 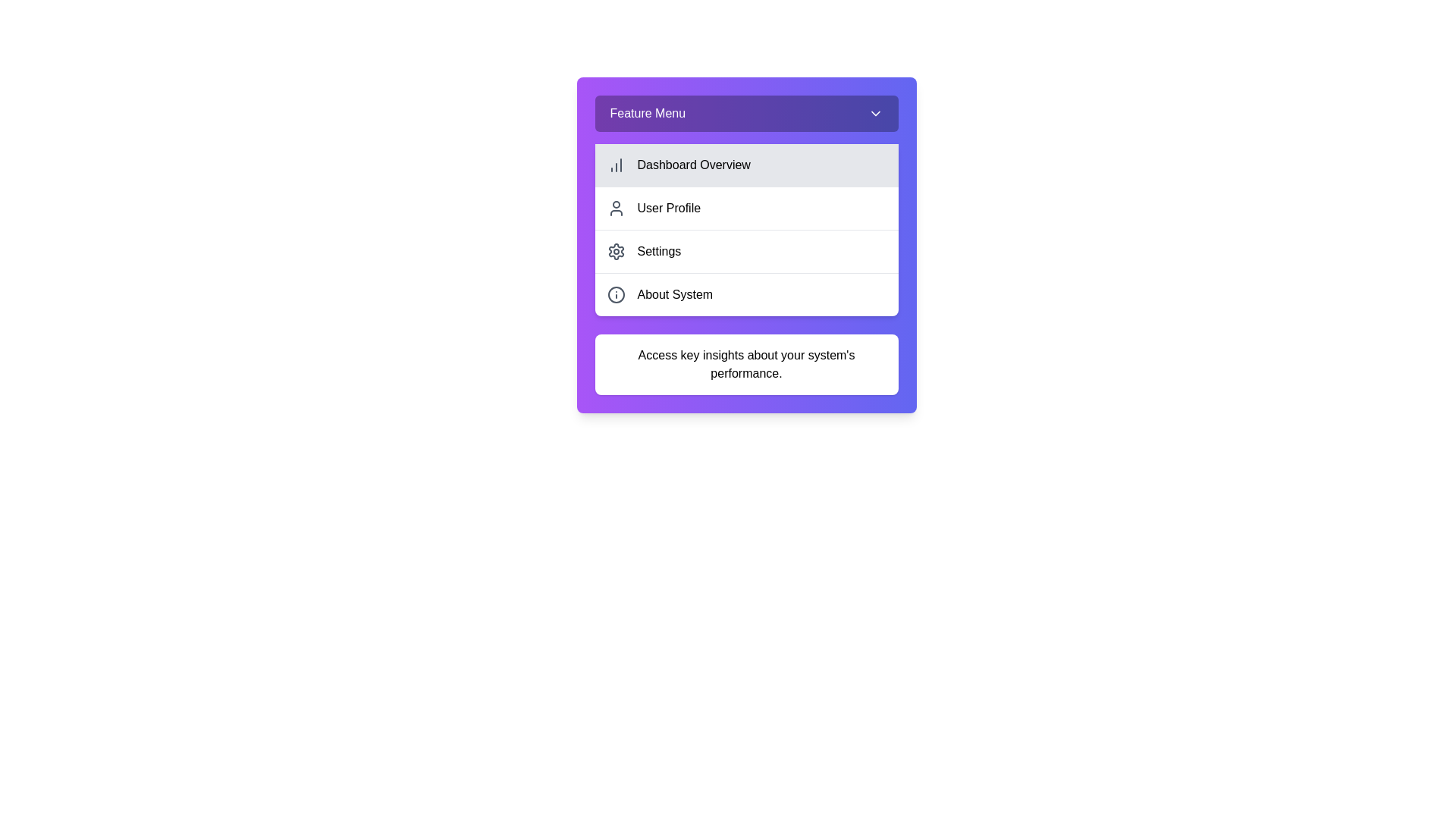 I want to click on the informational text block that displays 'Access key insights about your system's performance.', so click(x=746, y=365).